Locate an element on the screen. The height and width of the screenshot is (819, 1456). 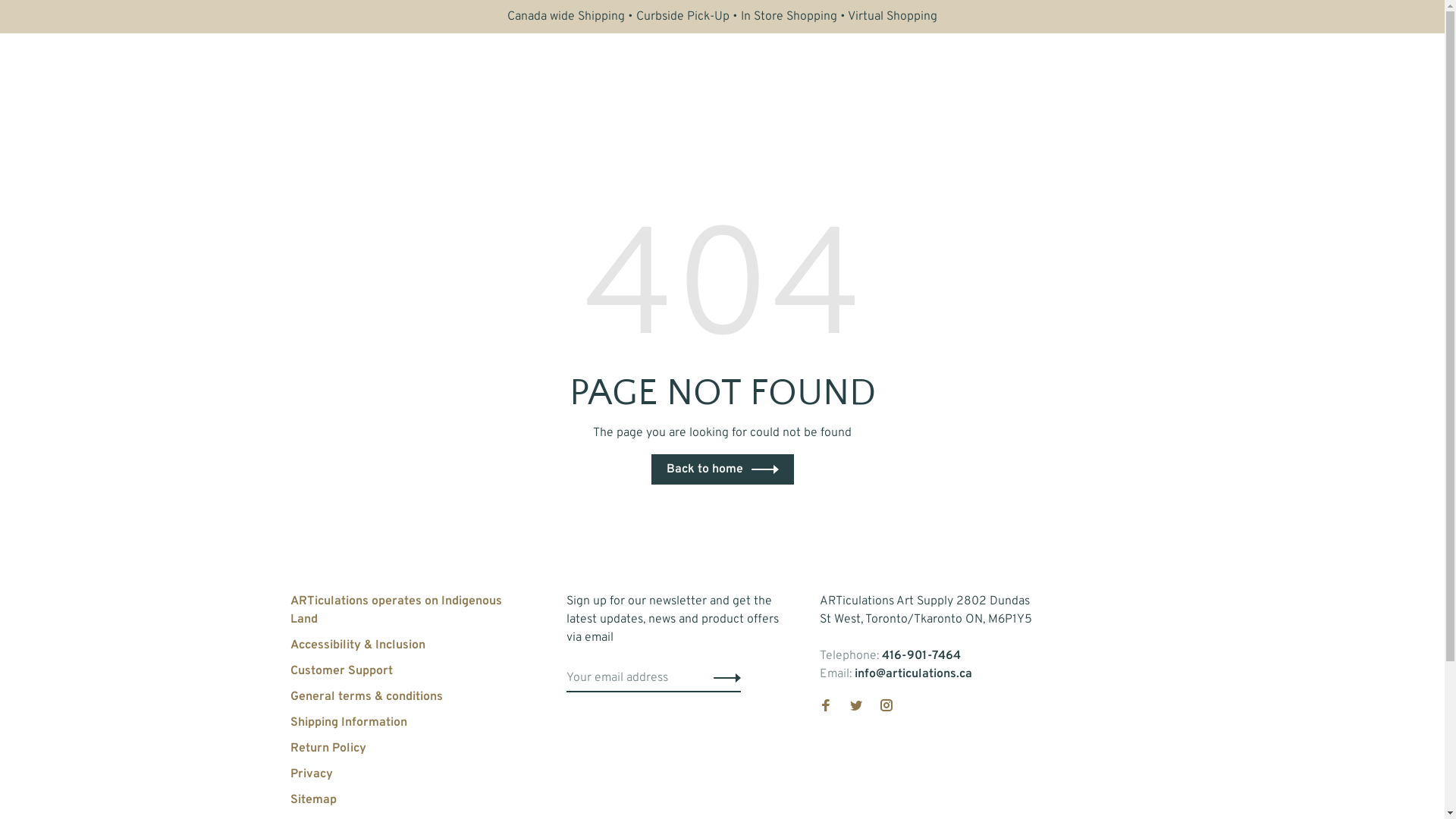
'Email: info@articulations.ca' is located at coordinates (818, 673).